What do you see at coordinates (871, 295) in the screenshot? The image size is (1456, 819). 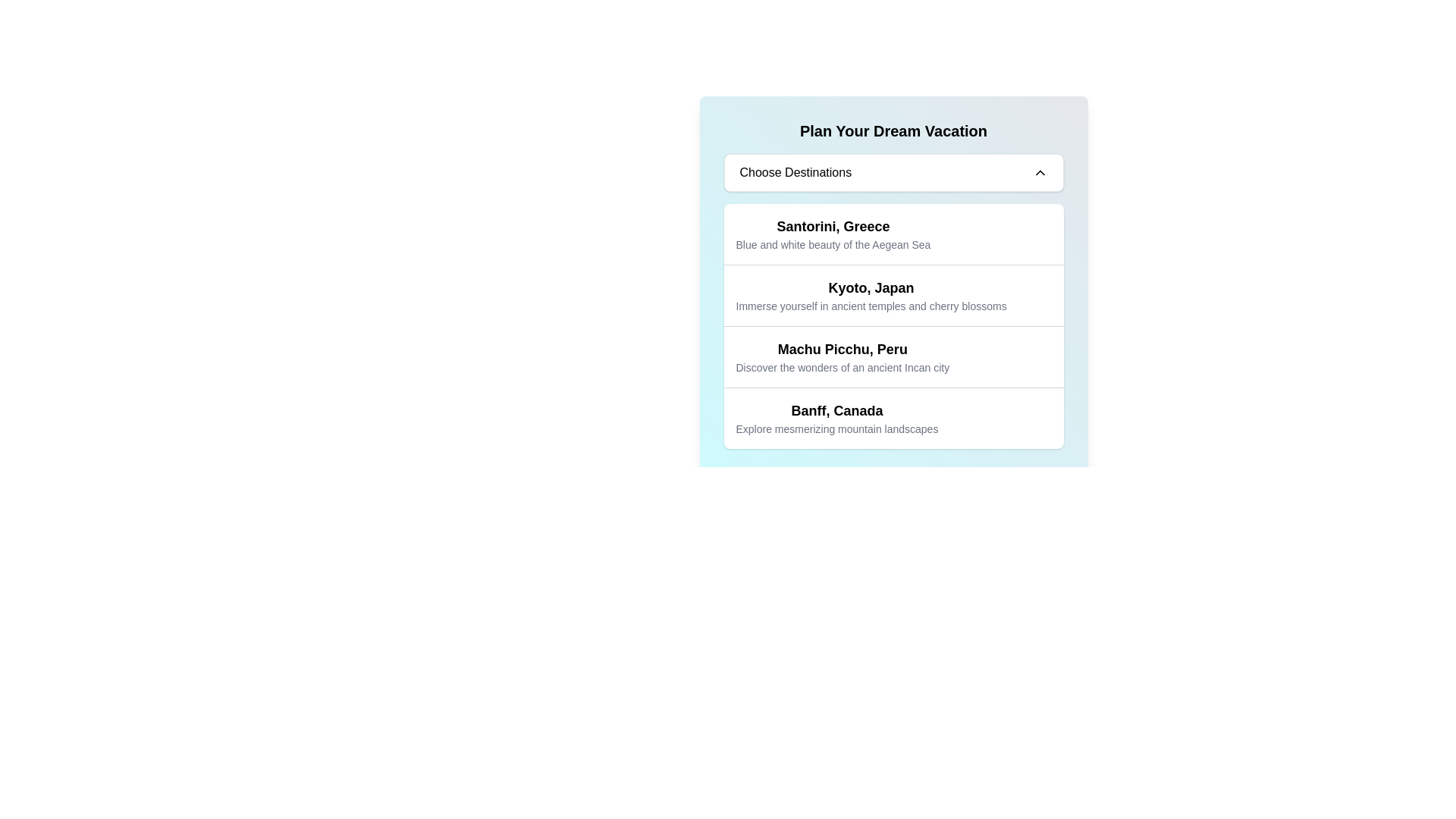 I see `the Textual Description Block titled 'Kyoto, Japan'` at bounding box center [871, 295].